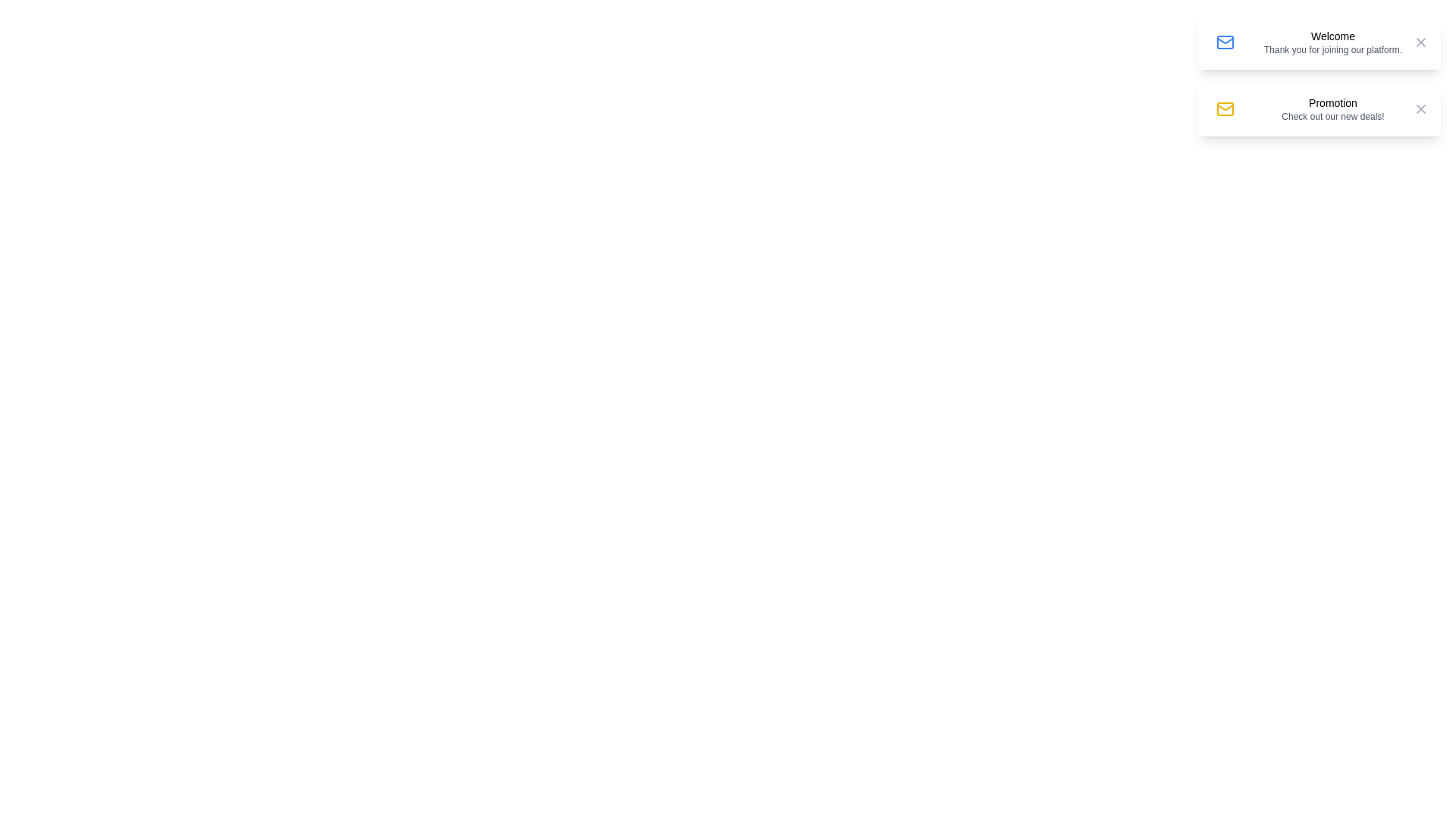 This screenshot has width=1456, height=819. I want to click on welcome message displayed in the notification popup at the top right of the interface, located to the right of the envelope icon and above the close button, so click(1326, 42).